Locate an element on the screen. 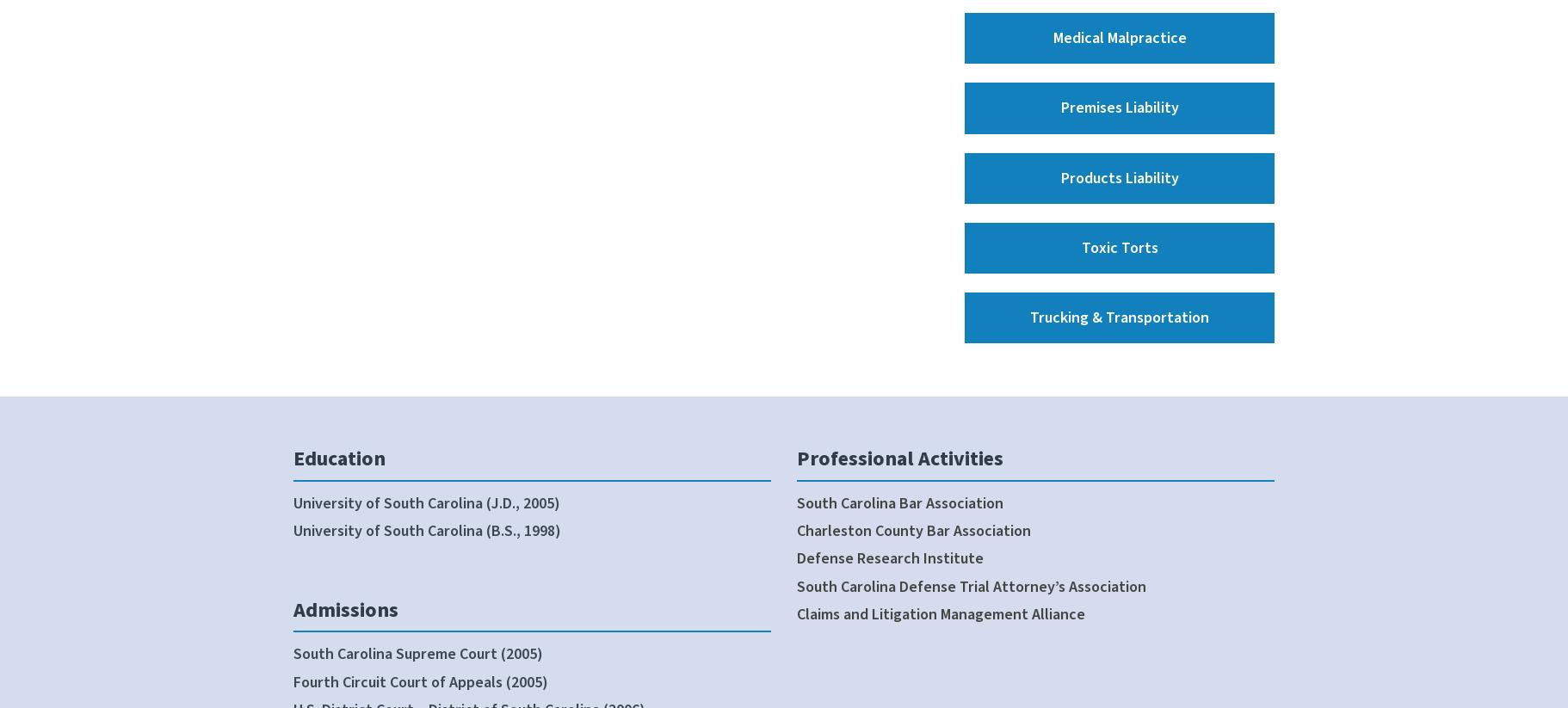 This screenshot has width=1568, height=708. 'South Carolina Bar Association' is located at coordinates (795, 502).